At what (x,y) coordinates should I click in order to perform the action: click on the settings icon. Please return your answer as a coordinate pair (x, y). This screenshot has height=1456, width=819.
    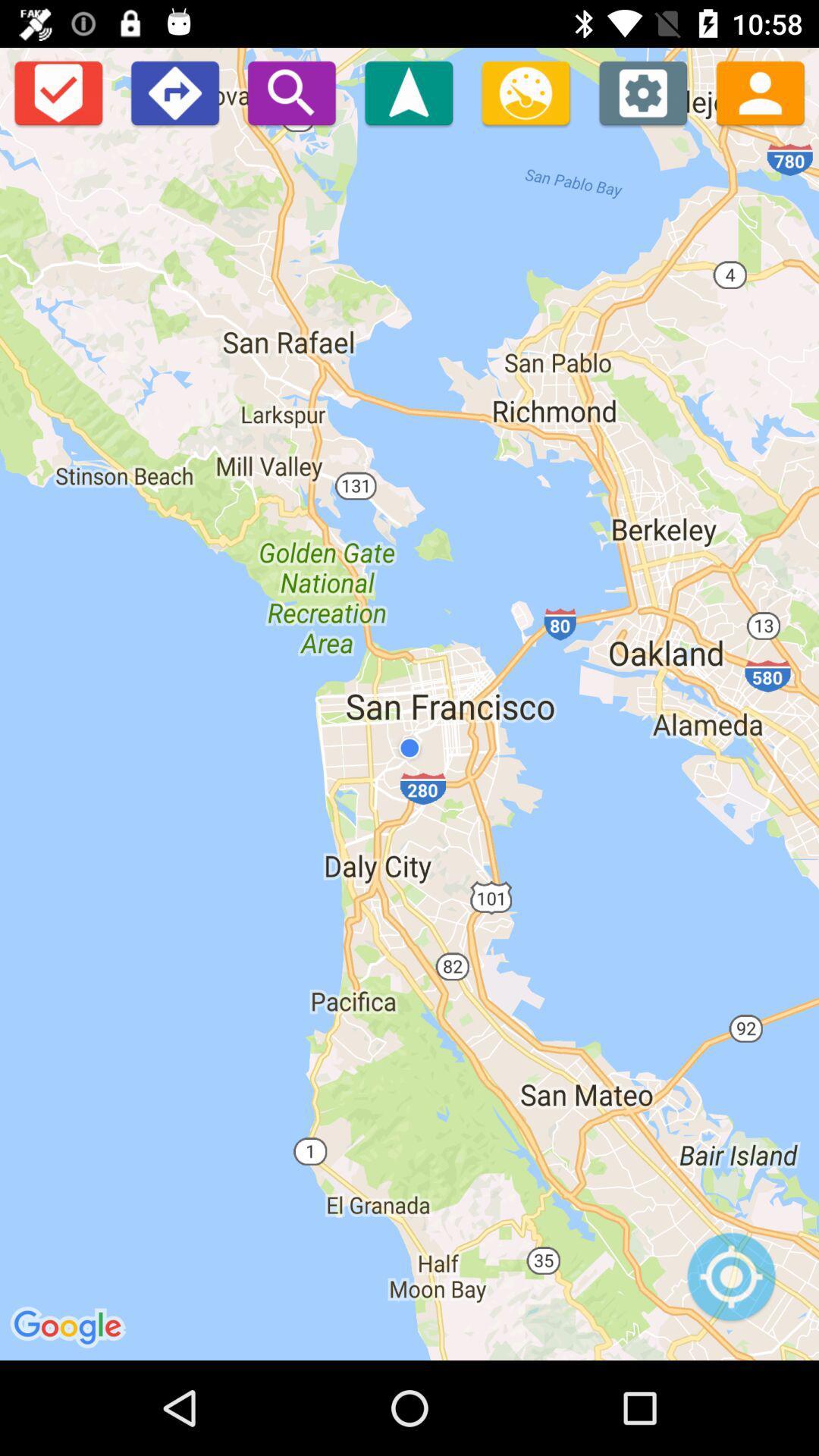
    Looking at the image, I should click on (643, 92).